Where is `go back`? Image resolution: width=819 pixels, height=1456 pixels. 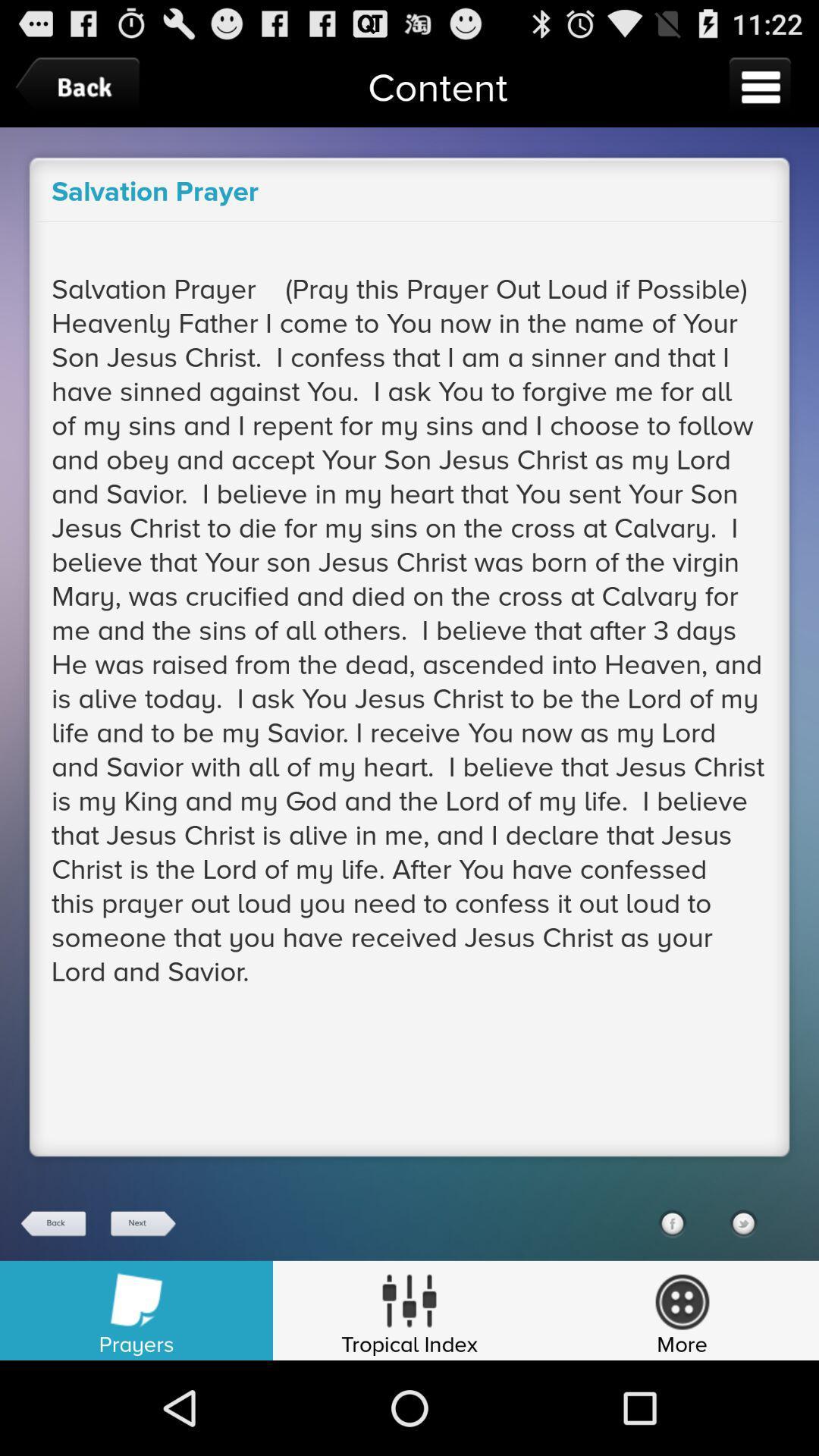 go back is located at coordinates (53, 1223).